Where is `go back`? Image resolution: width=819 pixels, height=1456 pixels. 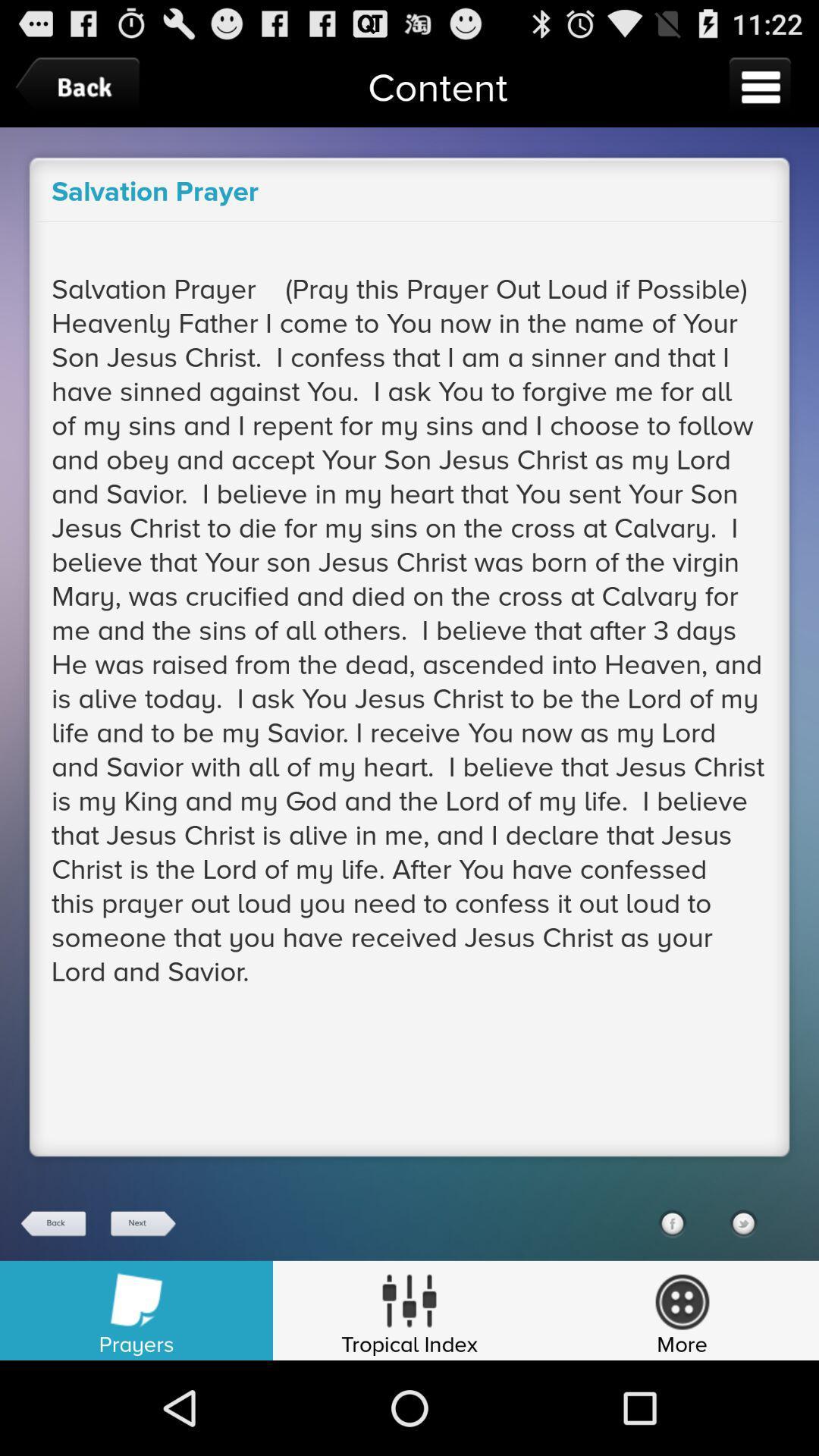 go back is located at coordinates (53, 1223).